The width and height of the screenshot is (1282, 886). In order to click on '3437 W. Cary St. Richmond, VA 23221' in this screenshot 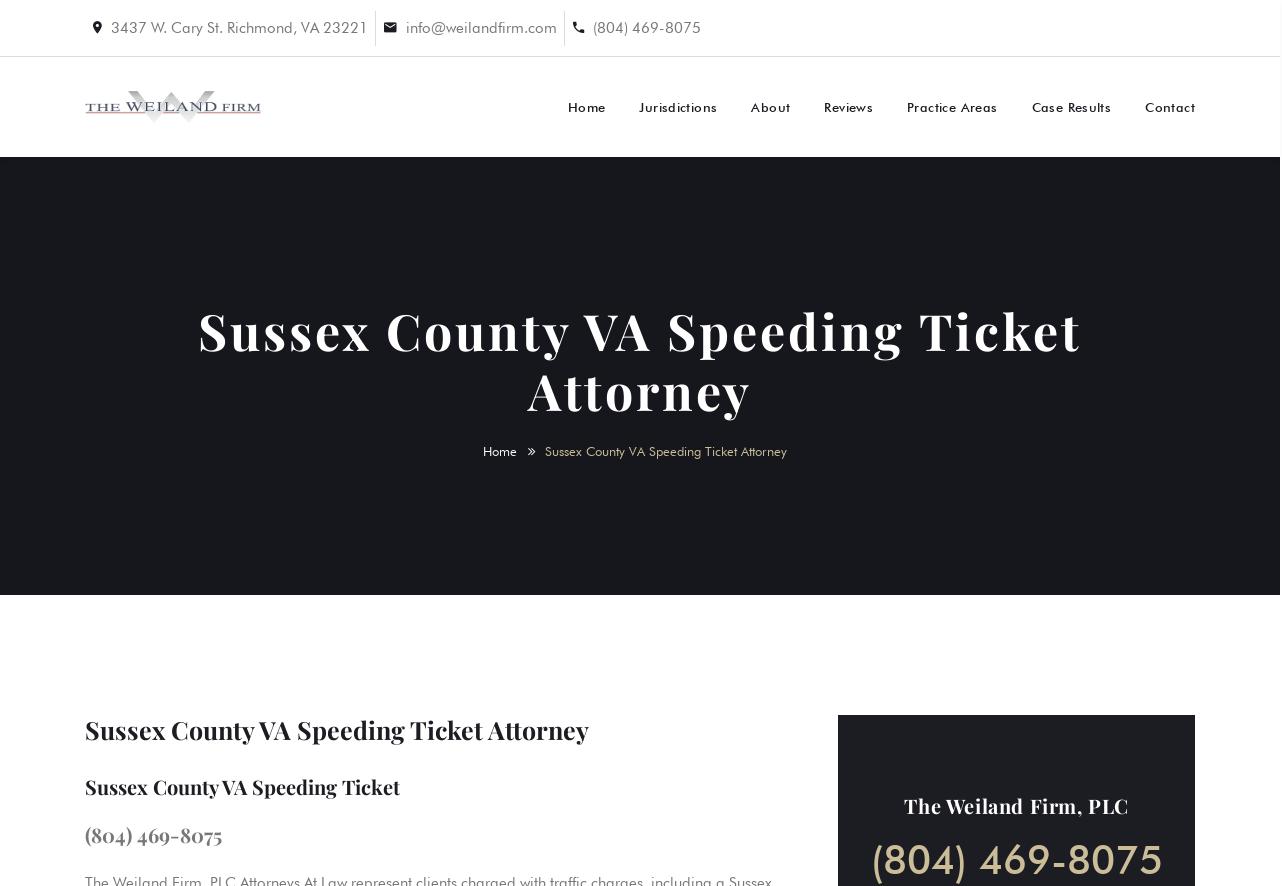, I will do `click(239, 27)`.